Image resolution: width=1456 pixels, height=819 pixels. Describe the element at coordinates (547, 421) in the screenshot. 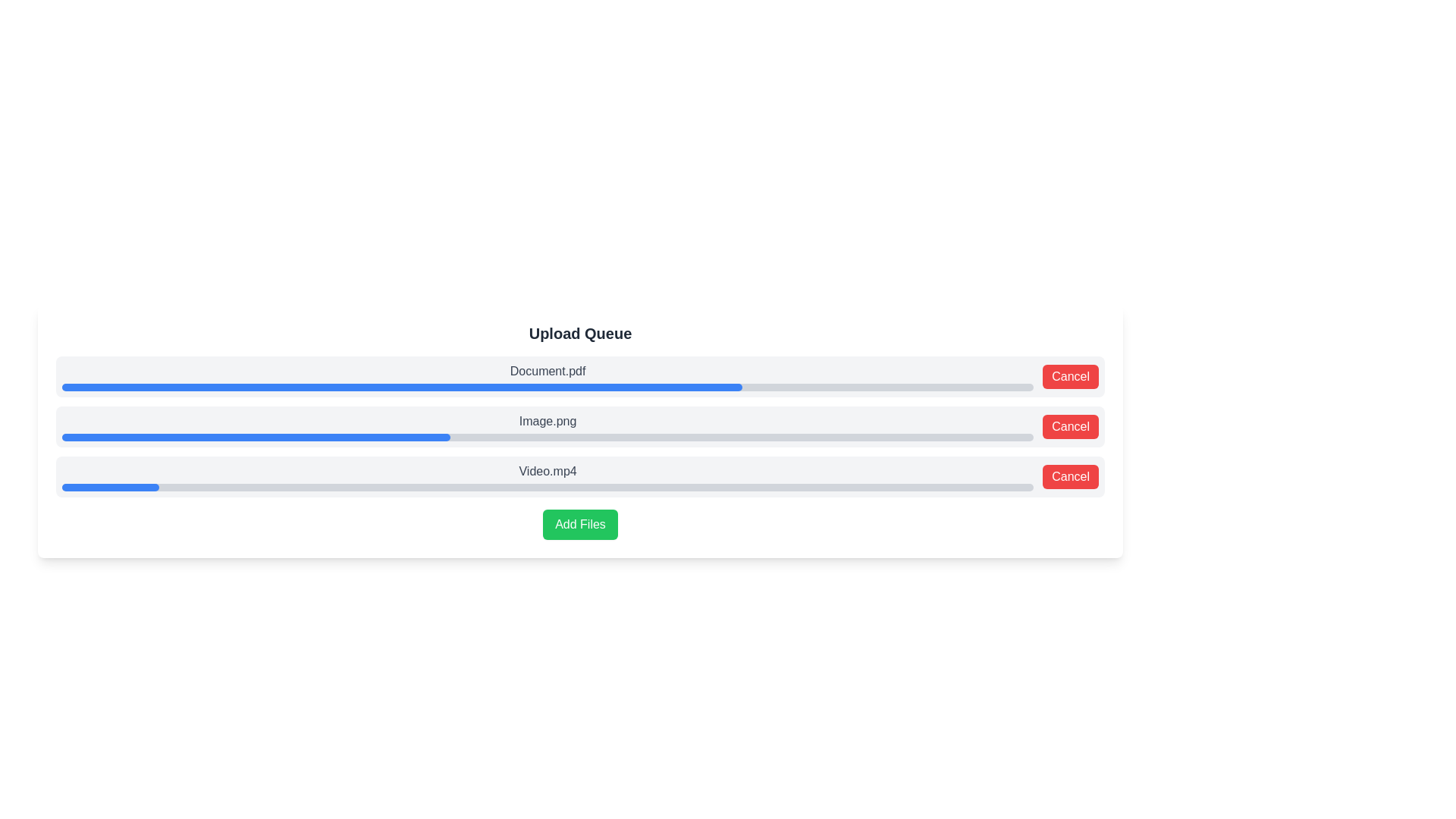

I see `the Text Label that identifies the upload item, which is located directly above the progress bar` at that location.